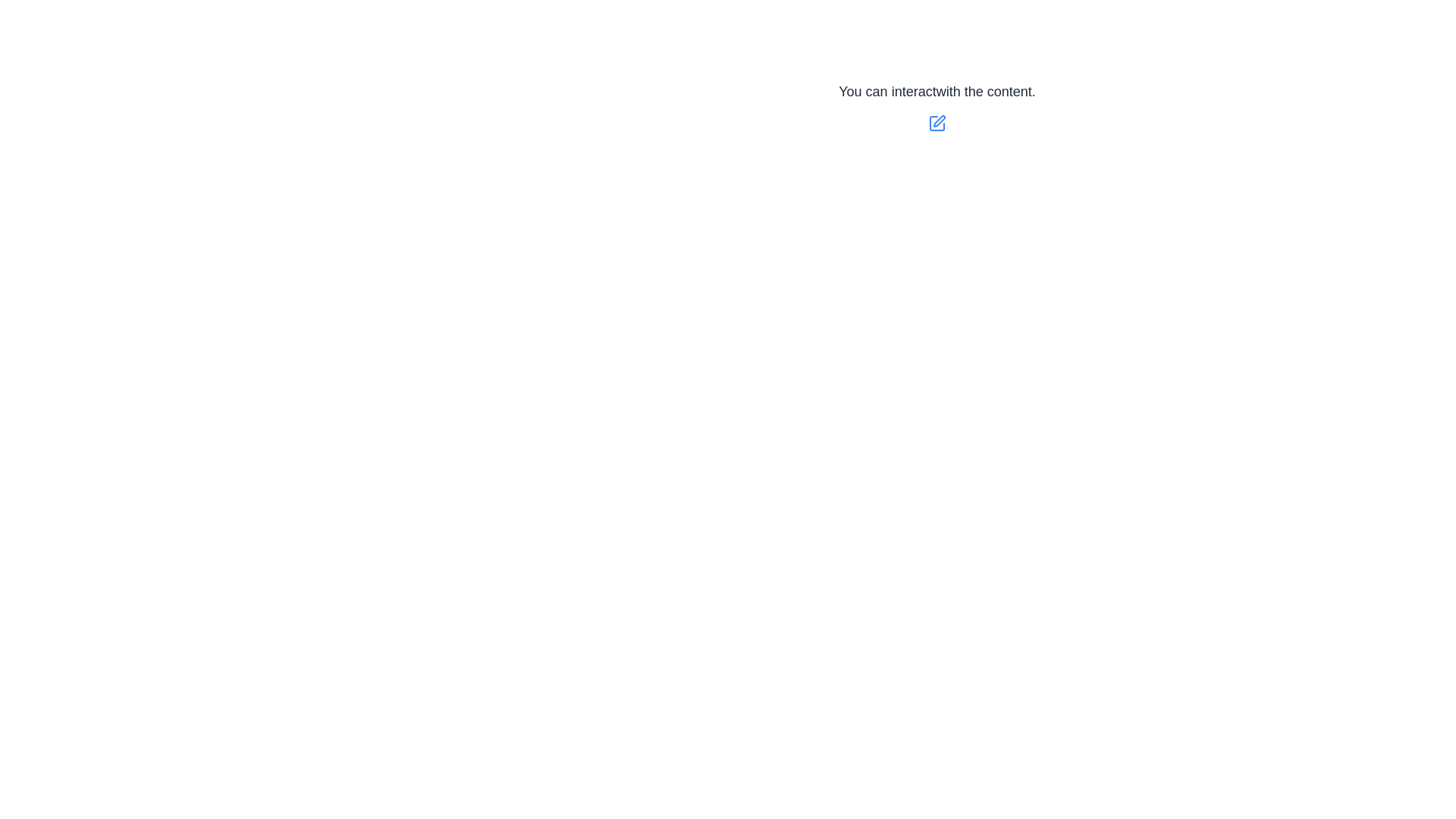 The image size is (1456, 819). Describe the element at coordinates (913, 91) in the screenshot. I see `the text element conveying information to the user, specifically the word 'interact' in the sentence 'You can interact with the content.'` at that location.